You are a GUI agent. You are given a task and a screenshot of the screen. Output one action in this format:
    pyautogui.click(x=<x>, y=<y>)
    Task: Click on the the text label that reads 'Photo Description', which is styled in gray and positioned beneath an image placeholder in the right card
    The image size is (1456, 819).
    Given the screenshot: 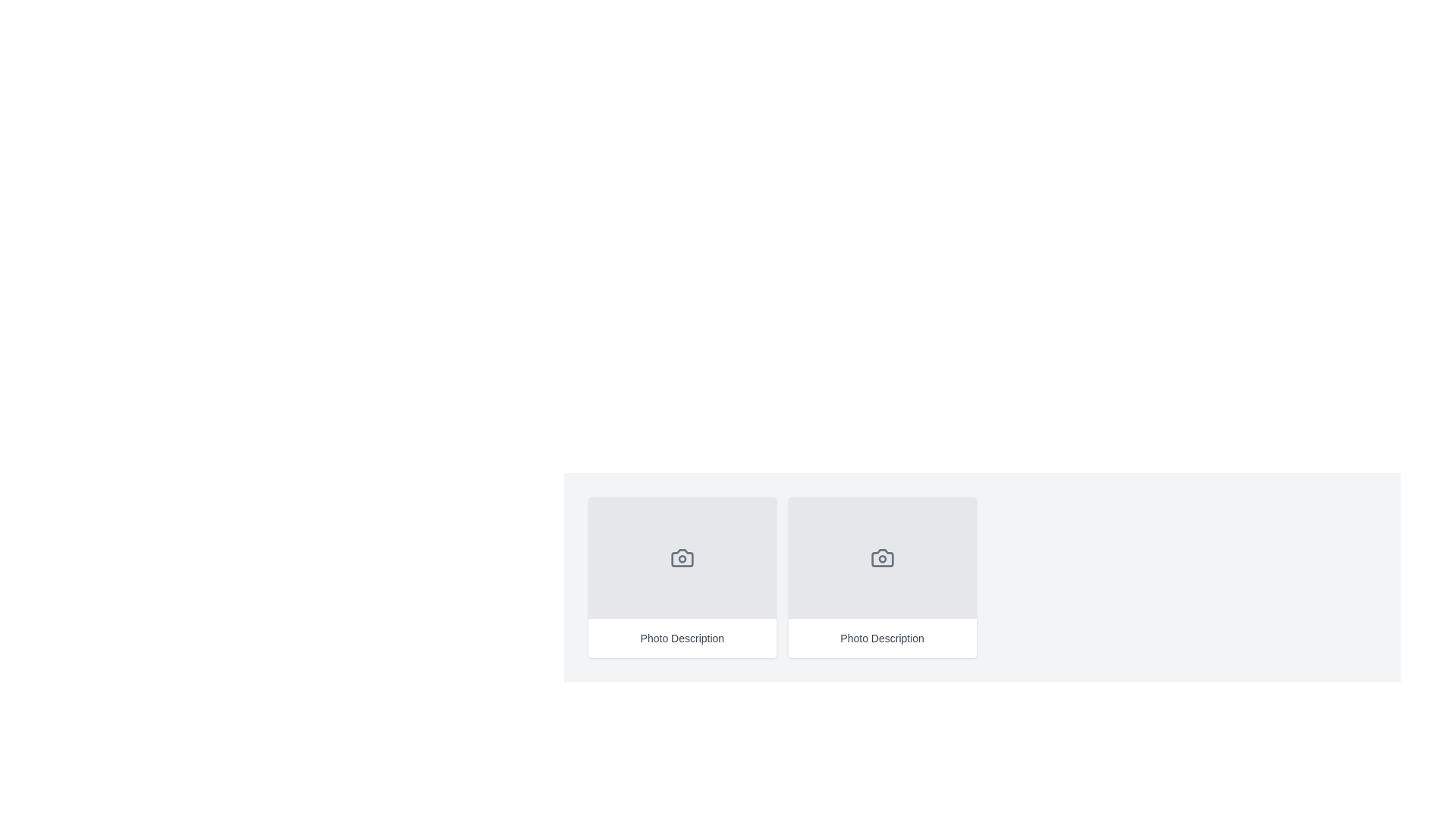 What is the action you would take?
    pyautogui.click(x=882, y=638)
    